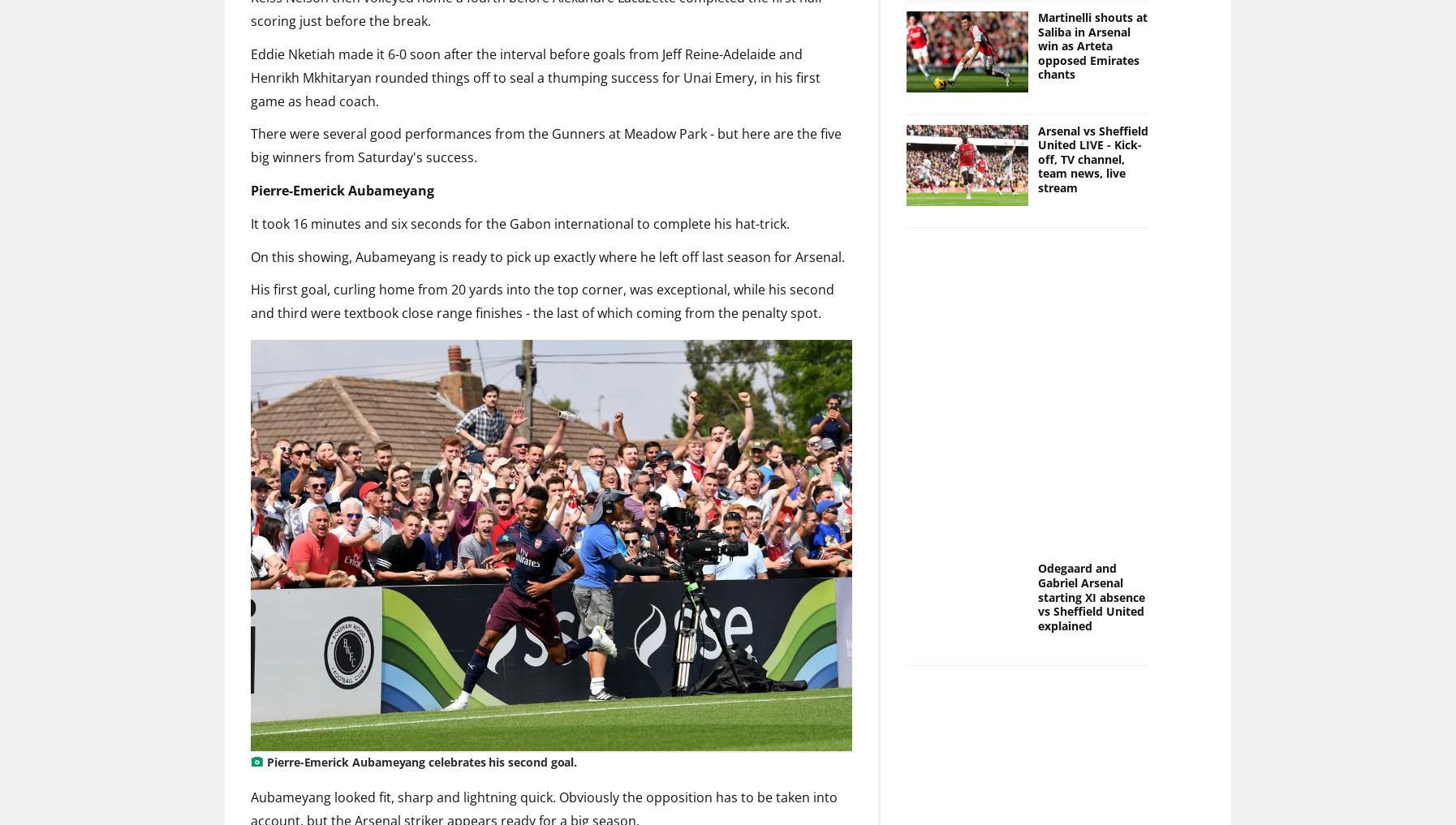  What do you see at coordinates (422, 761) in the screenshot?
I see `'Pierre-Emerick Aubameyang celebrates his second goal.'` at bounding box center [422, 761].